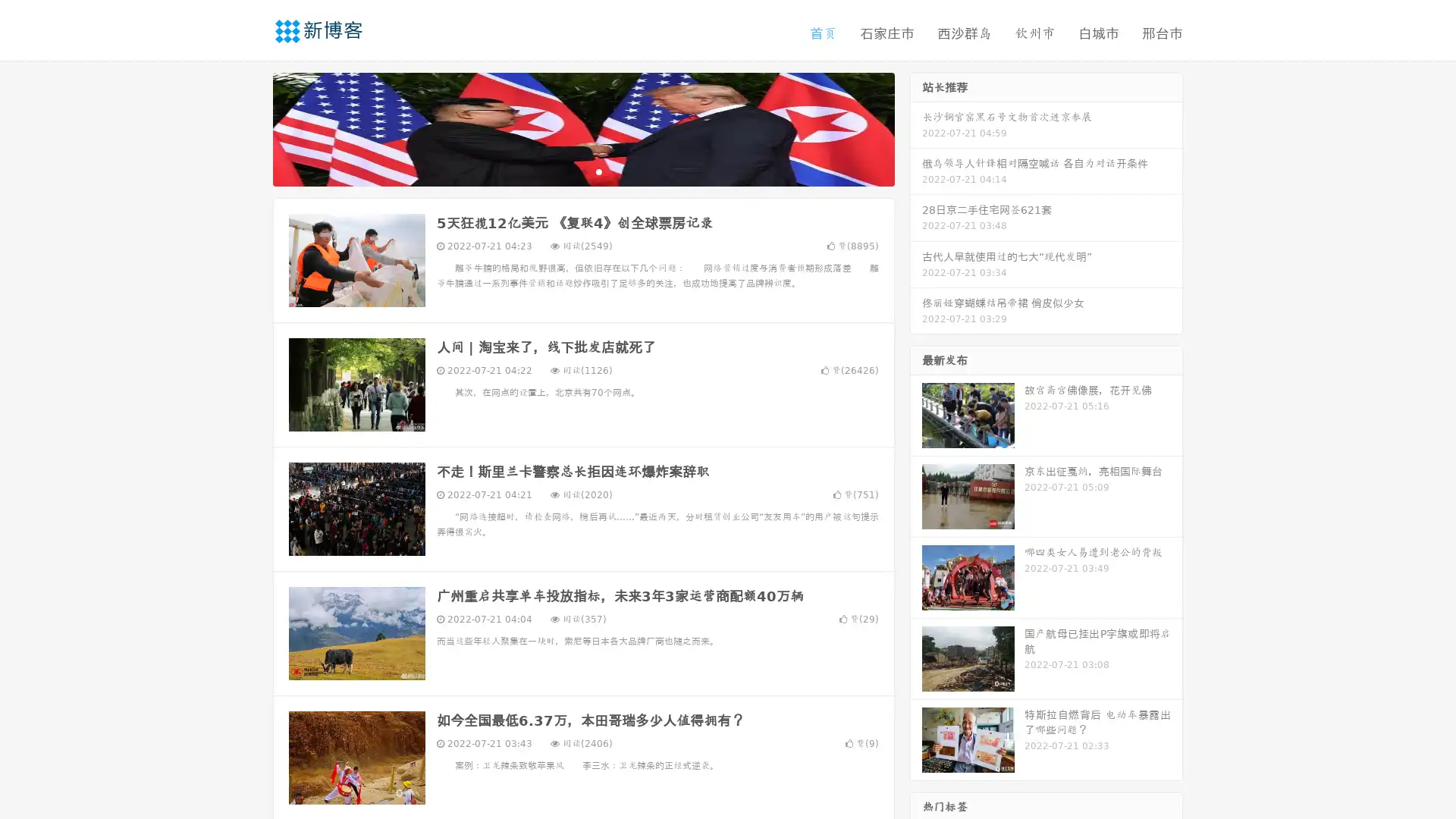 The width and height of the screenshot is (1456, 819). I want to click on Go to slide 1, so click(567, 171).